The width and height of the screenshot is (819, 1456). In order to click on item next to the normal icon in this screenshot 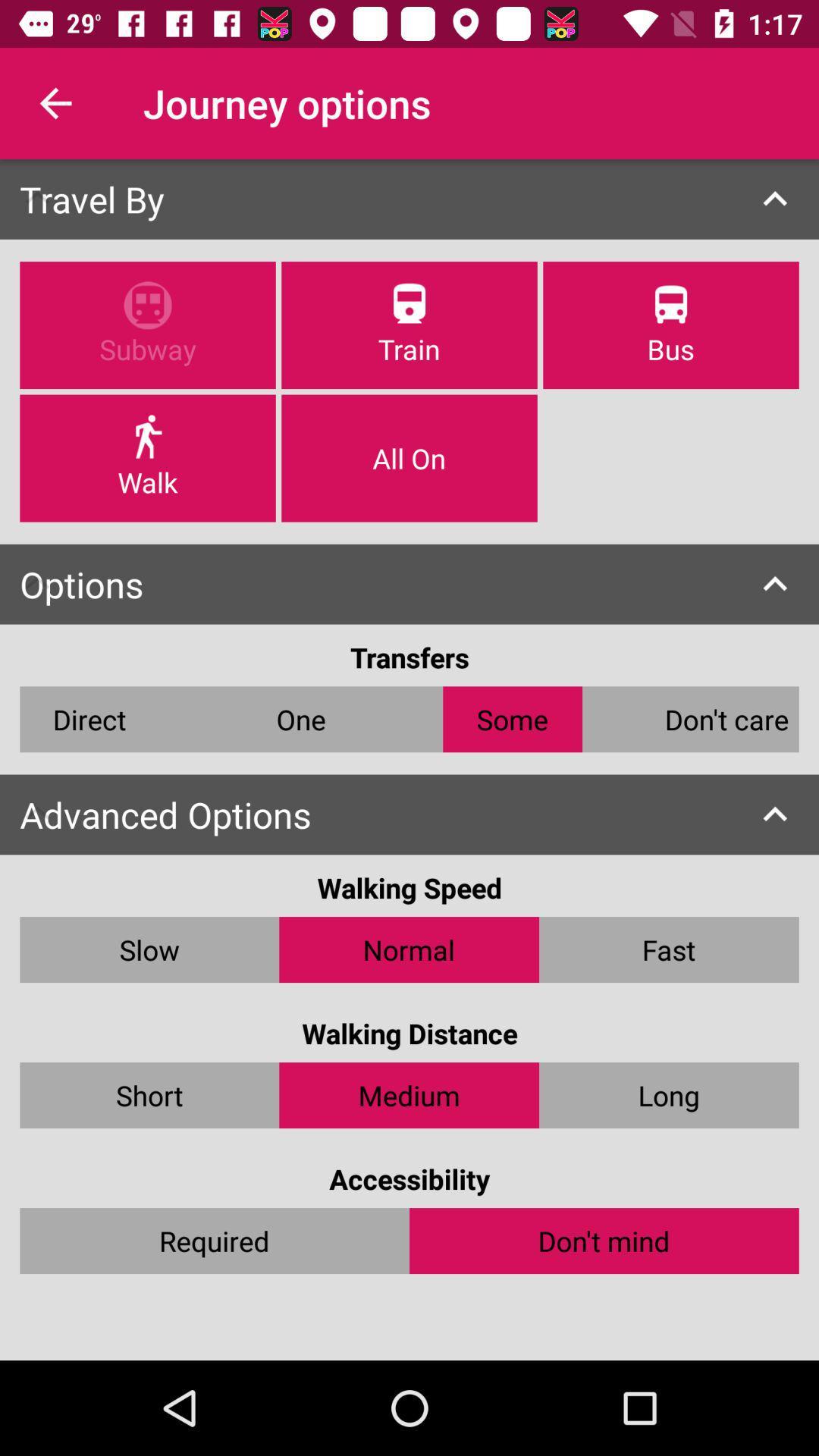, I will do `click(668, 949)`.